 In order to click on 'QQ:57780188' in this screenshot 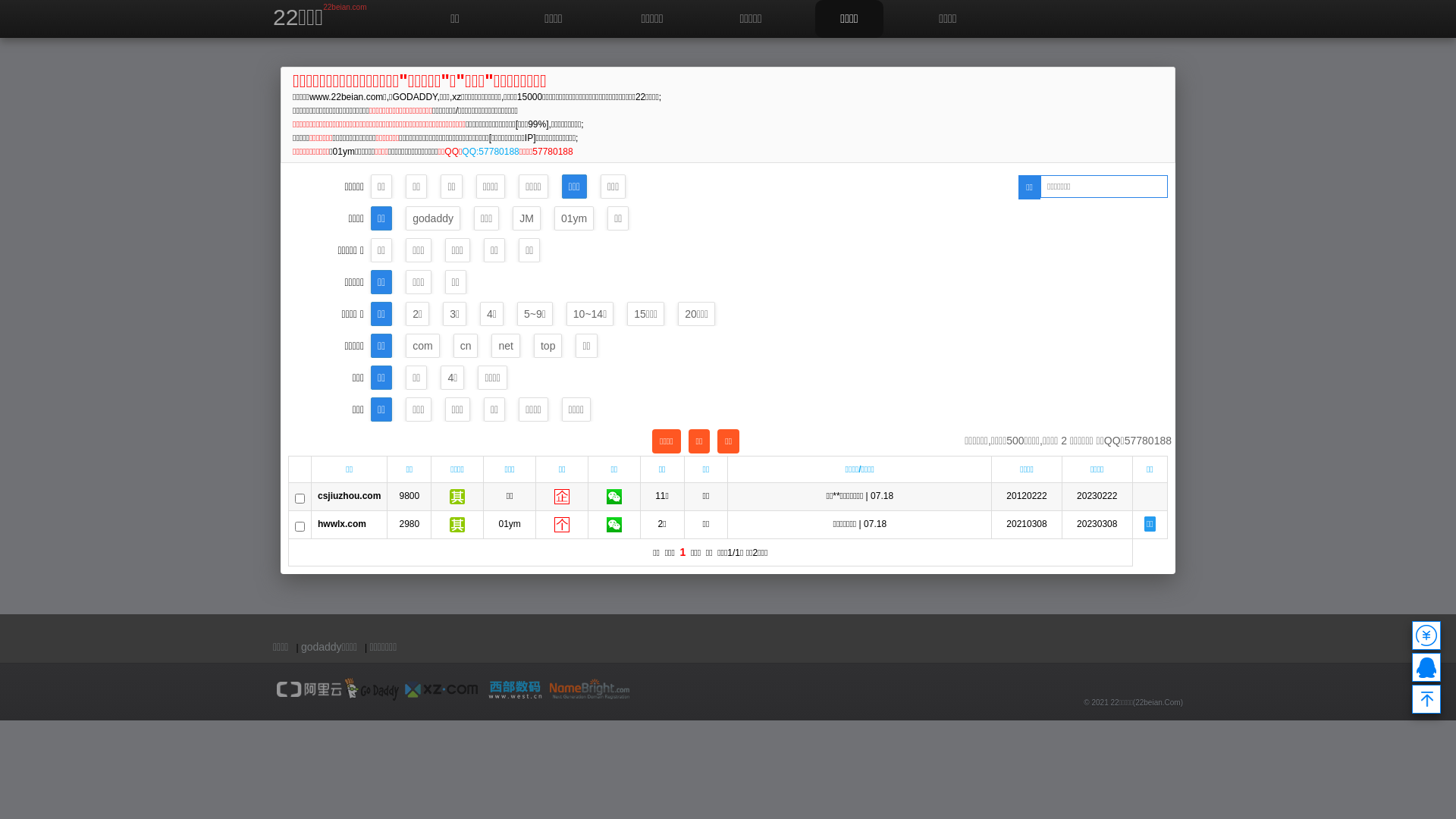, I will do `click(461, 152)`.